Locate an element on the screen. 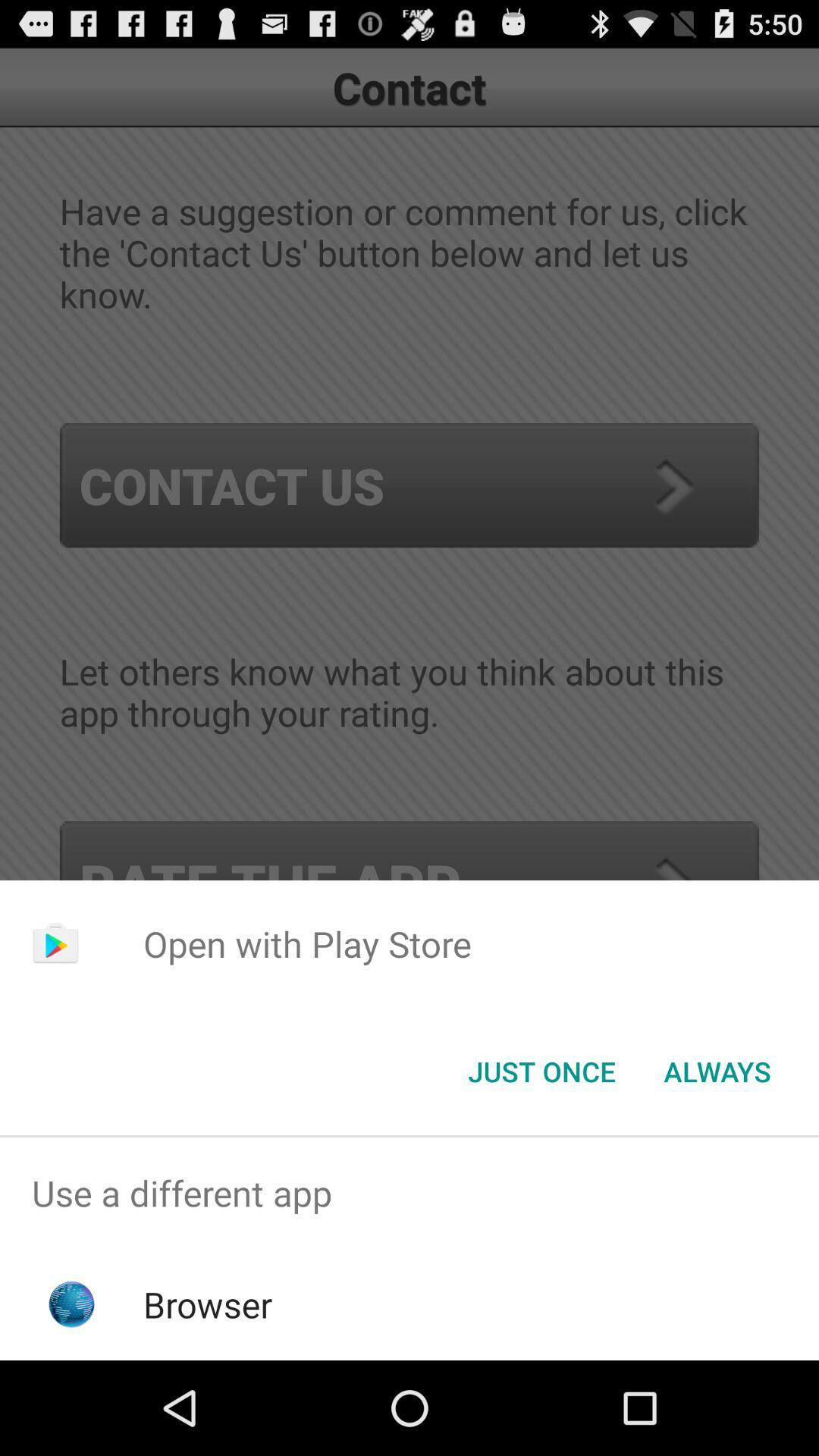 Image resolution: width=819 pixels, height=1456 pixels. the item below the use a different item is located at coordinates (208, 1304).